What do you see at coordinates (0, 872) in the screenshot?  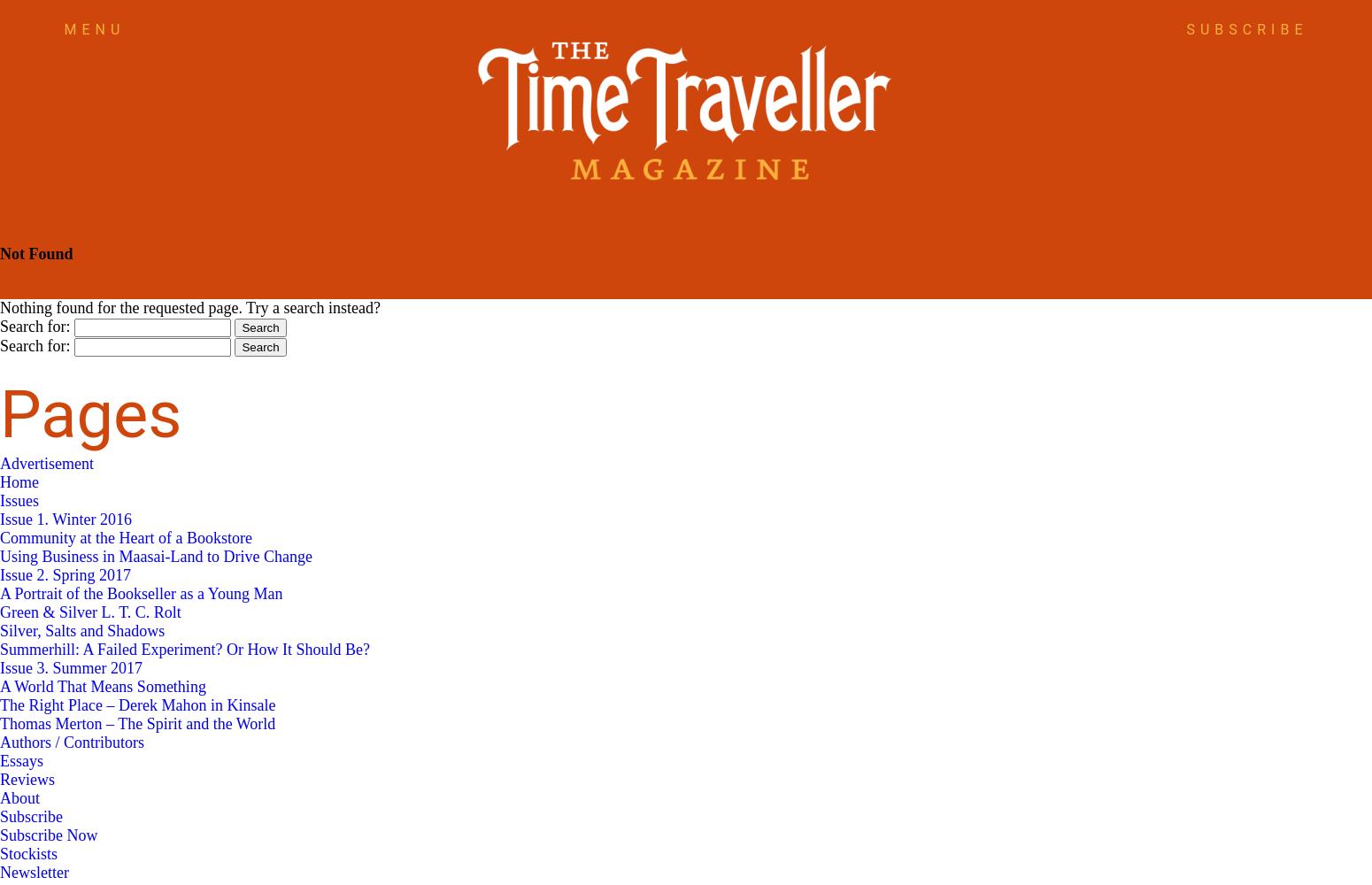 I see `'Newsletter'` at bounding box center [0, 872].